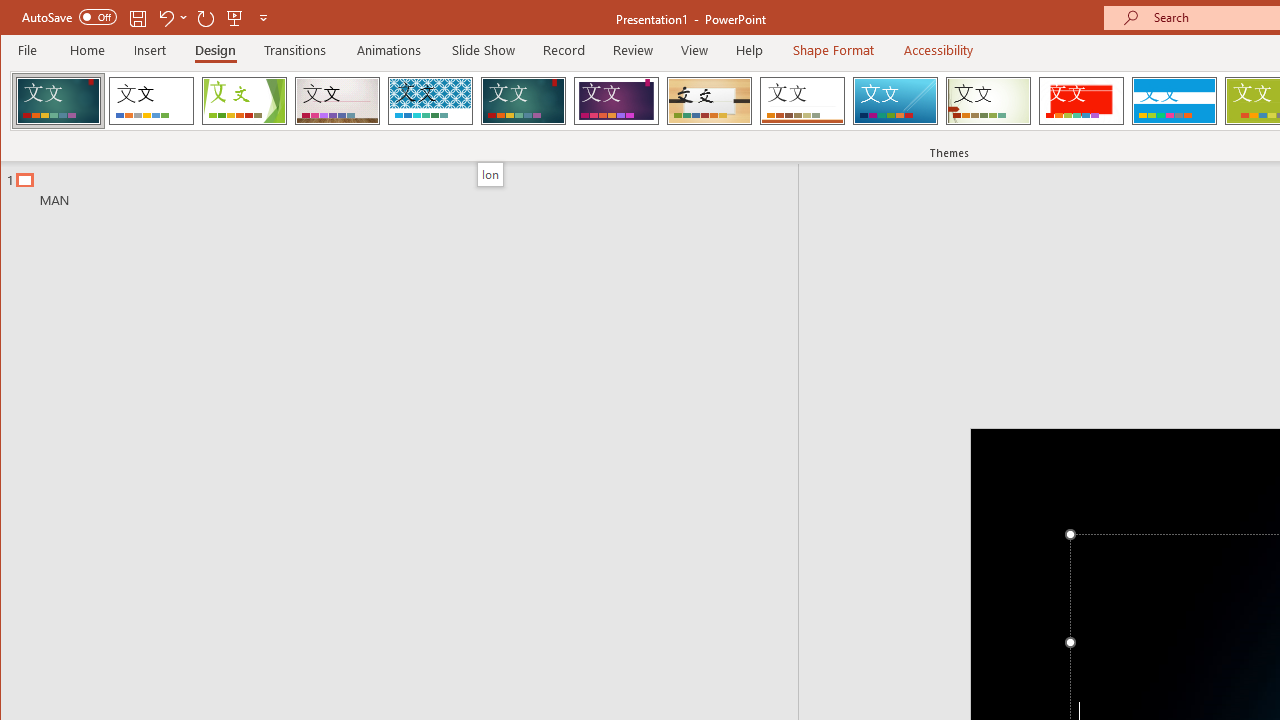 This screenshot has width=1280, height=720. Describe the element at coordinates (137, 17) in the screenshot. I see `'Save'` at that location.